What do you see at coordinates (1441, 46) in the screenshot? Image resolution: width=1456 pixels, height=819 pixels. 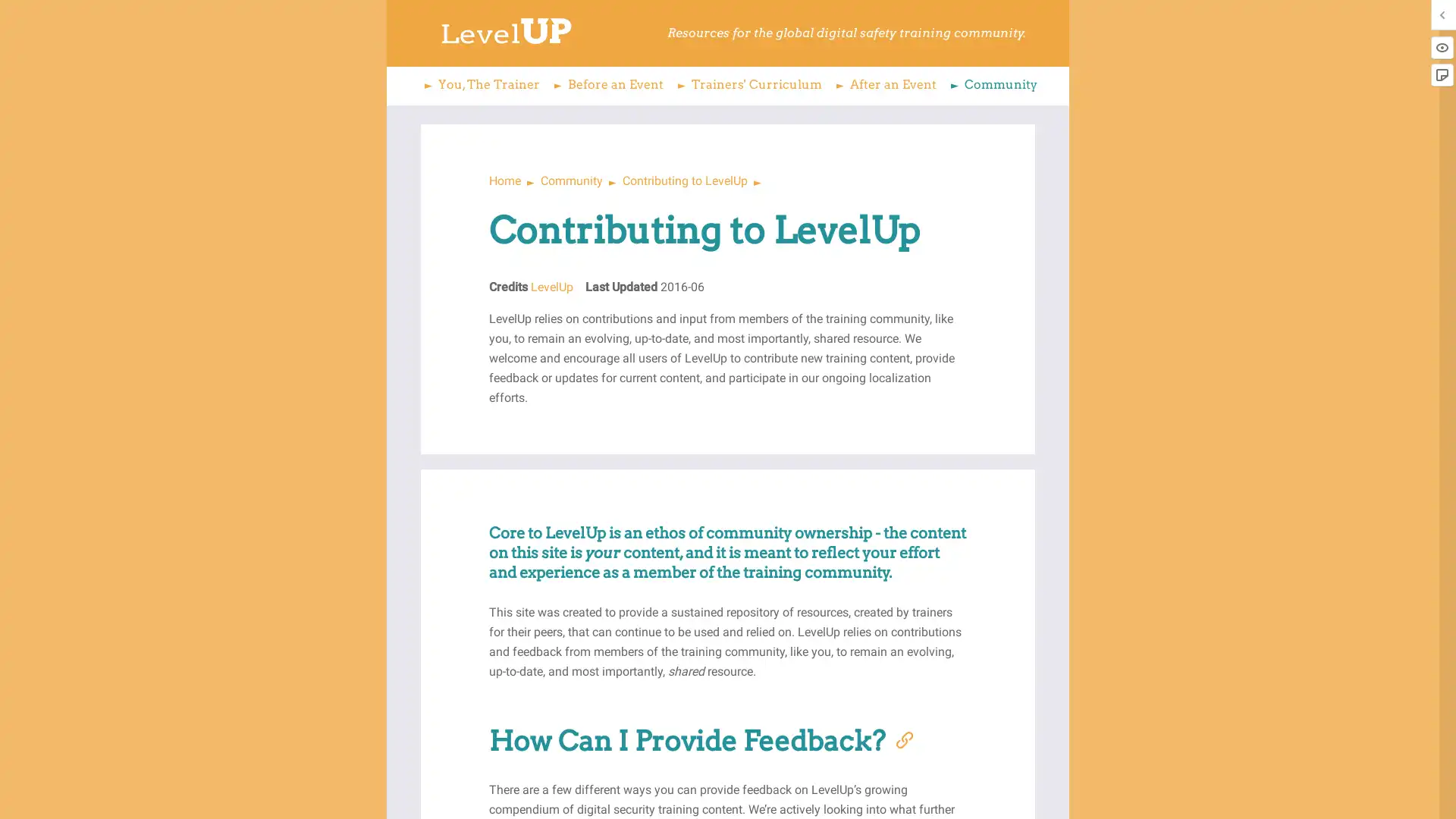 I see `Show highlights` at bounding box center [1441, 46].